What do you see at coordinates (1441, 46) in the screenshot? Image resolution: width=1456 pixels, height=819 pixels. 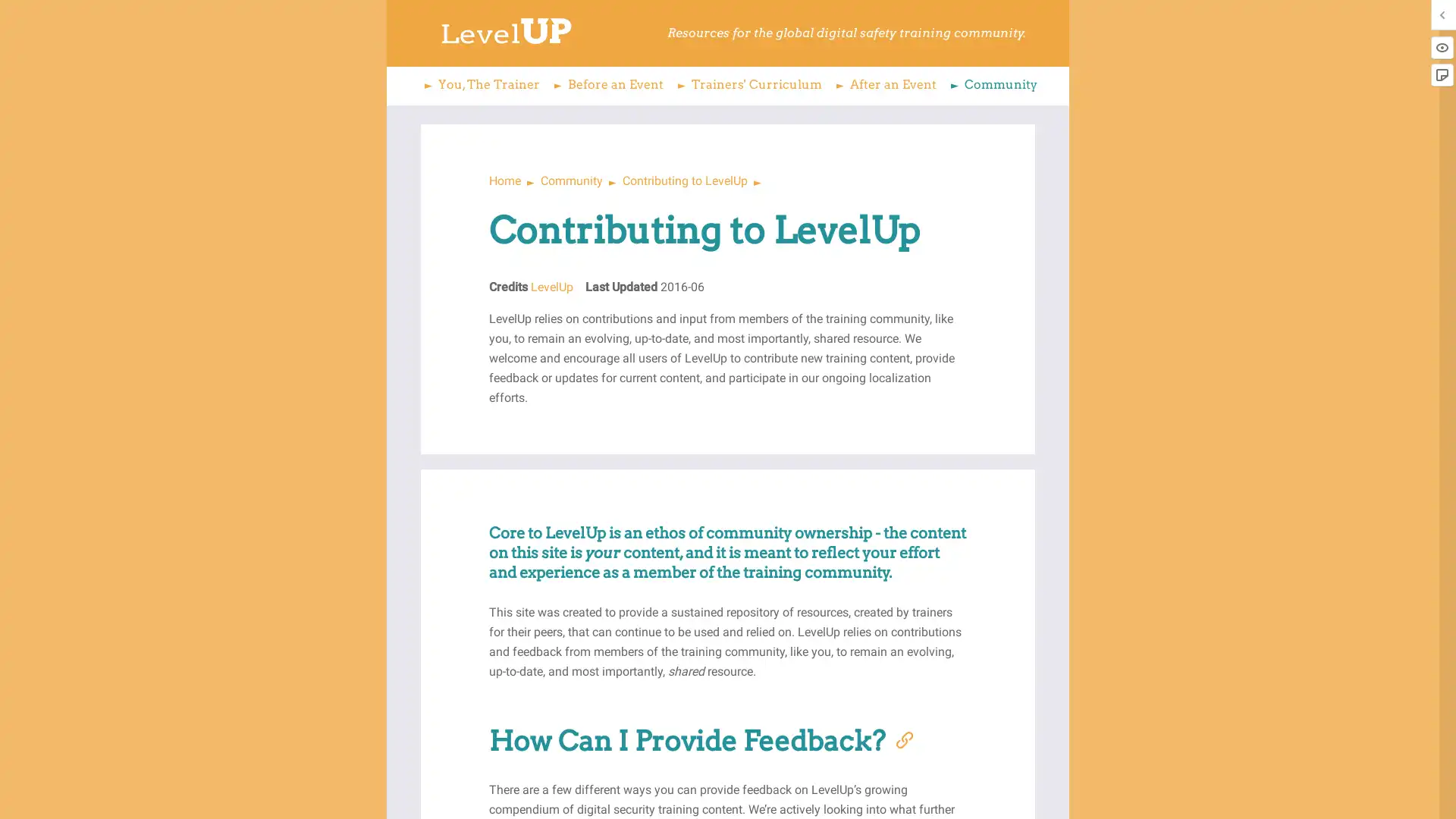 I see `Show highlights` at bounding box center [1441, 46].